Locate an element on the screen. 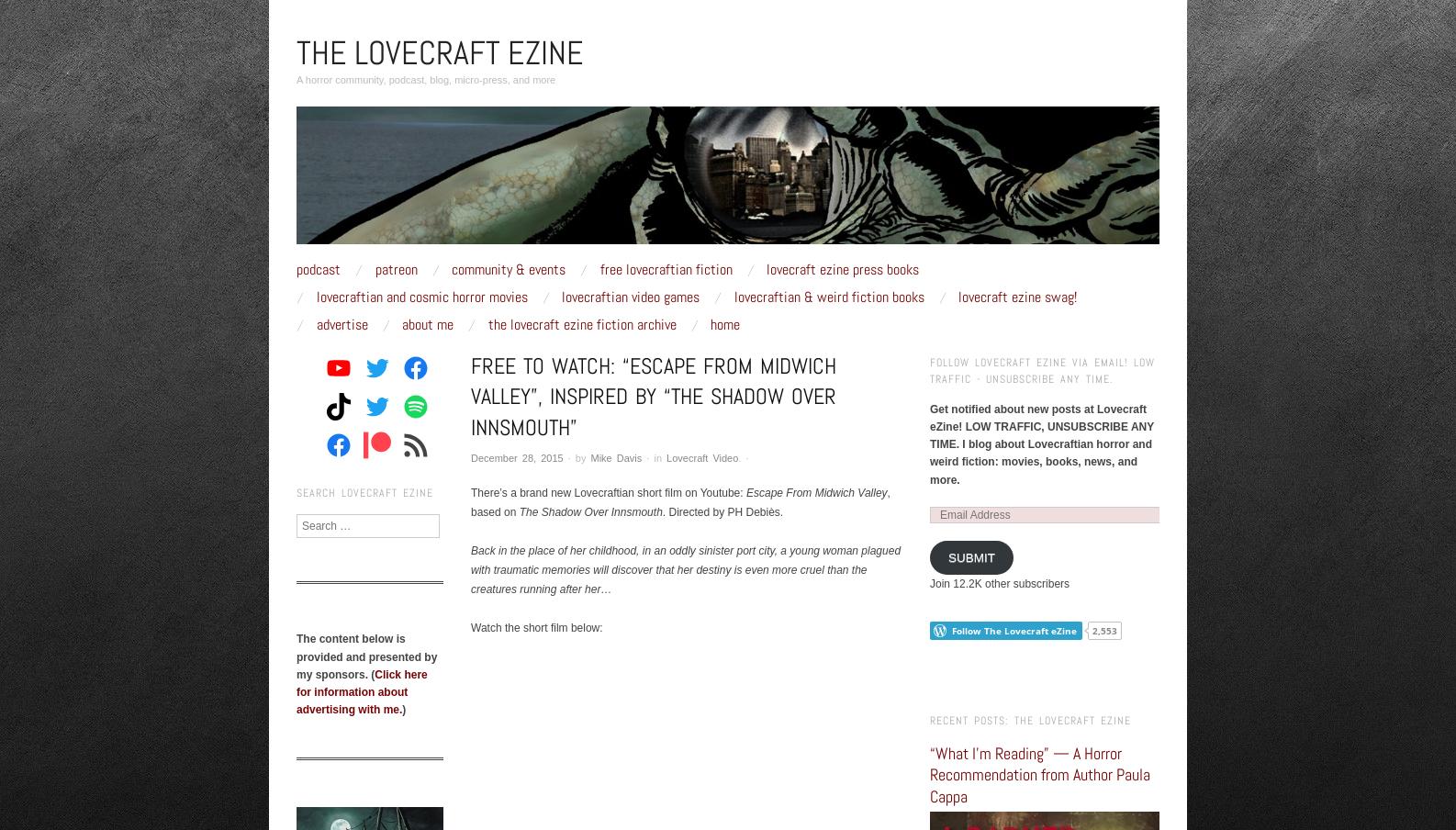 The width and height of the screenshot is (1456, 830). 'There’s a brand new Lovecraftian short film on Youtube:' is located at coordinates (608, 492).